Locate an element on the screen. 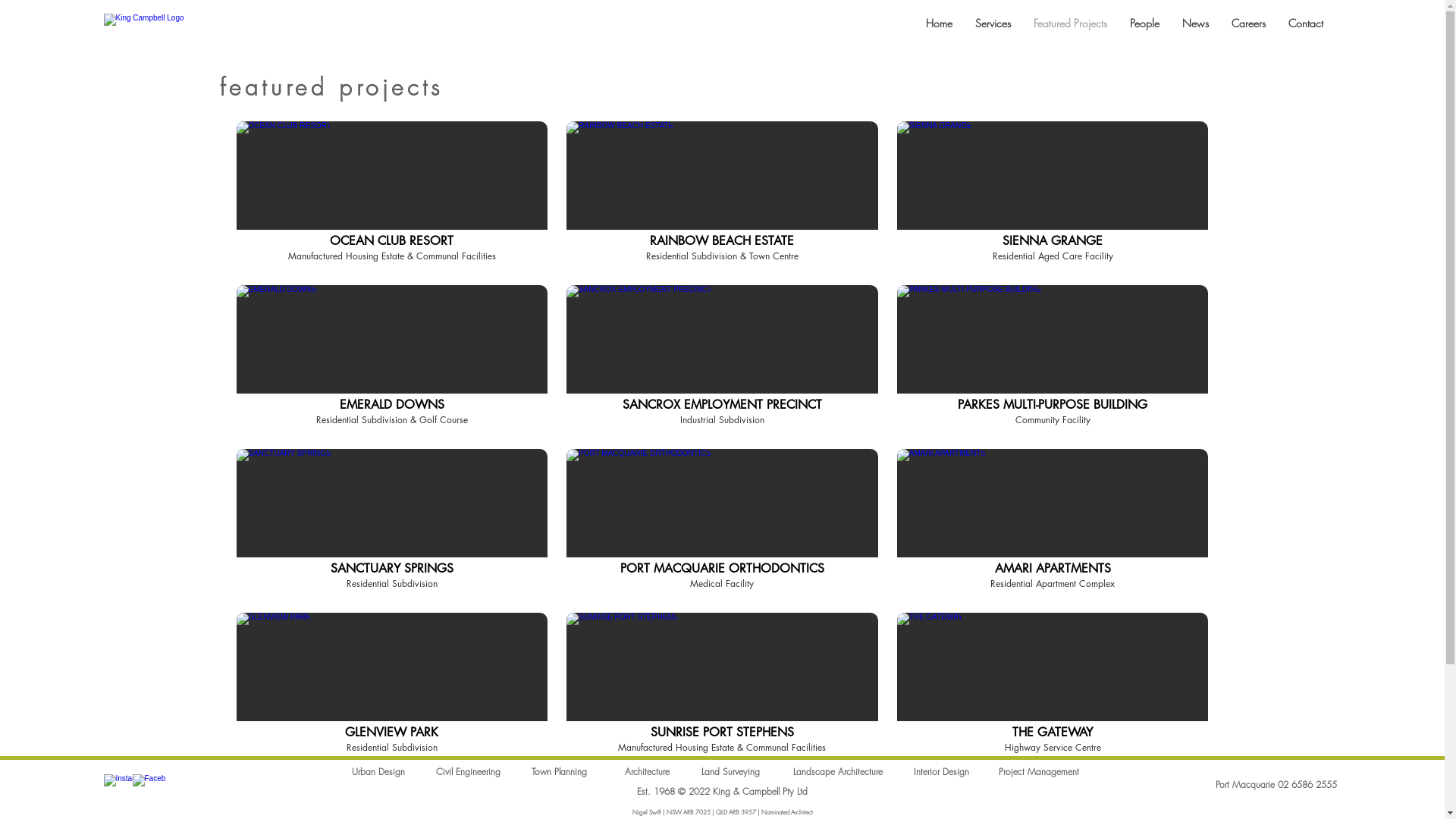 This screenshot has width=1456, height=819. 'People' is located at coordinates (1117, 23).